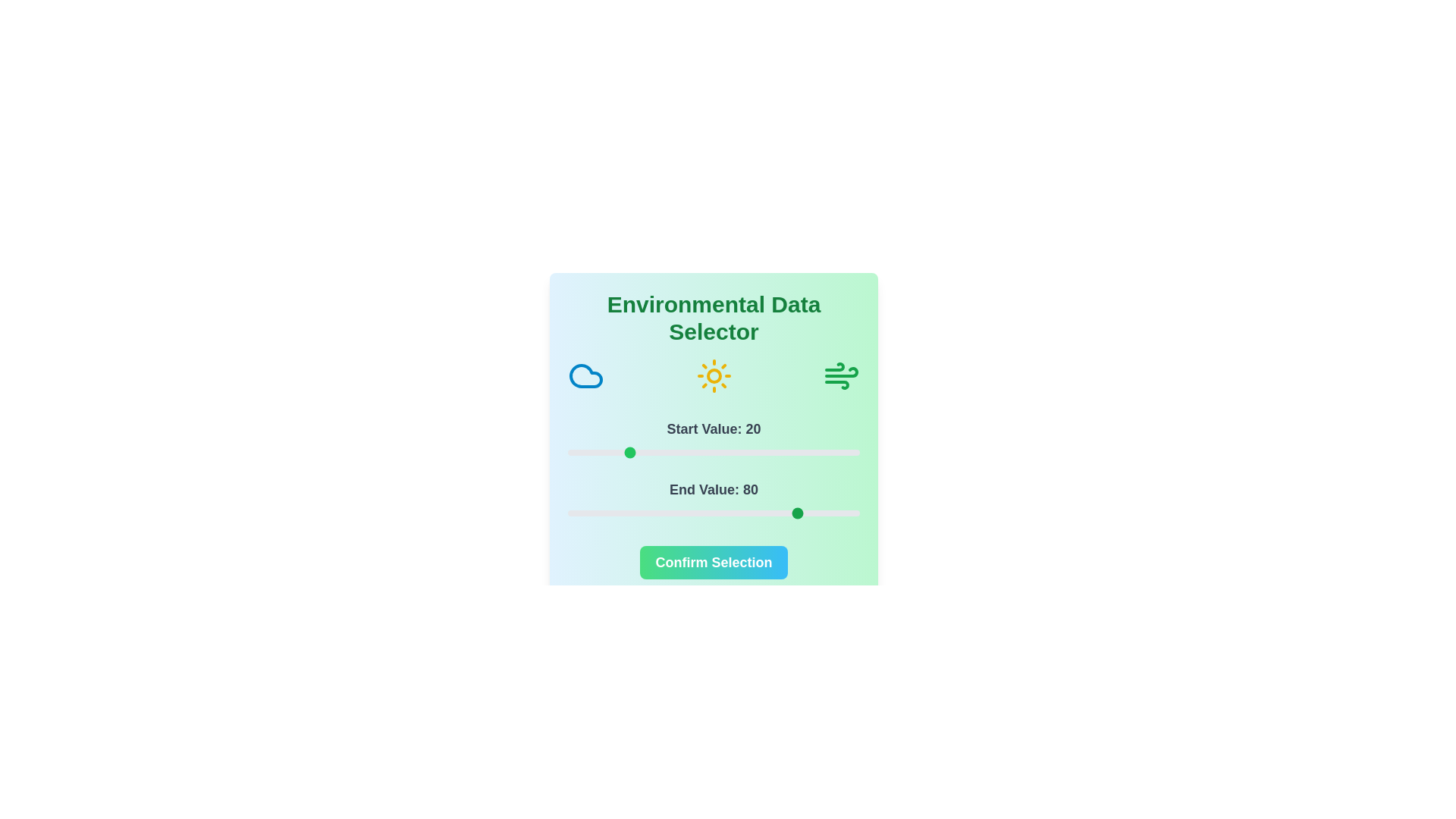 The width and height of the screenshot is (1456, 819). Describe the element at coordinates (806, 513) in the screenshot. I see `the slider` at that location.